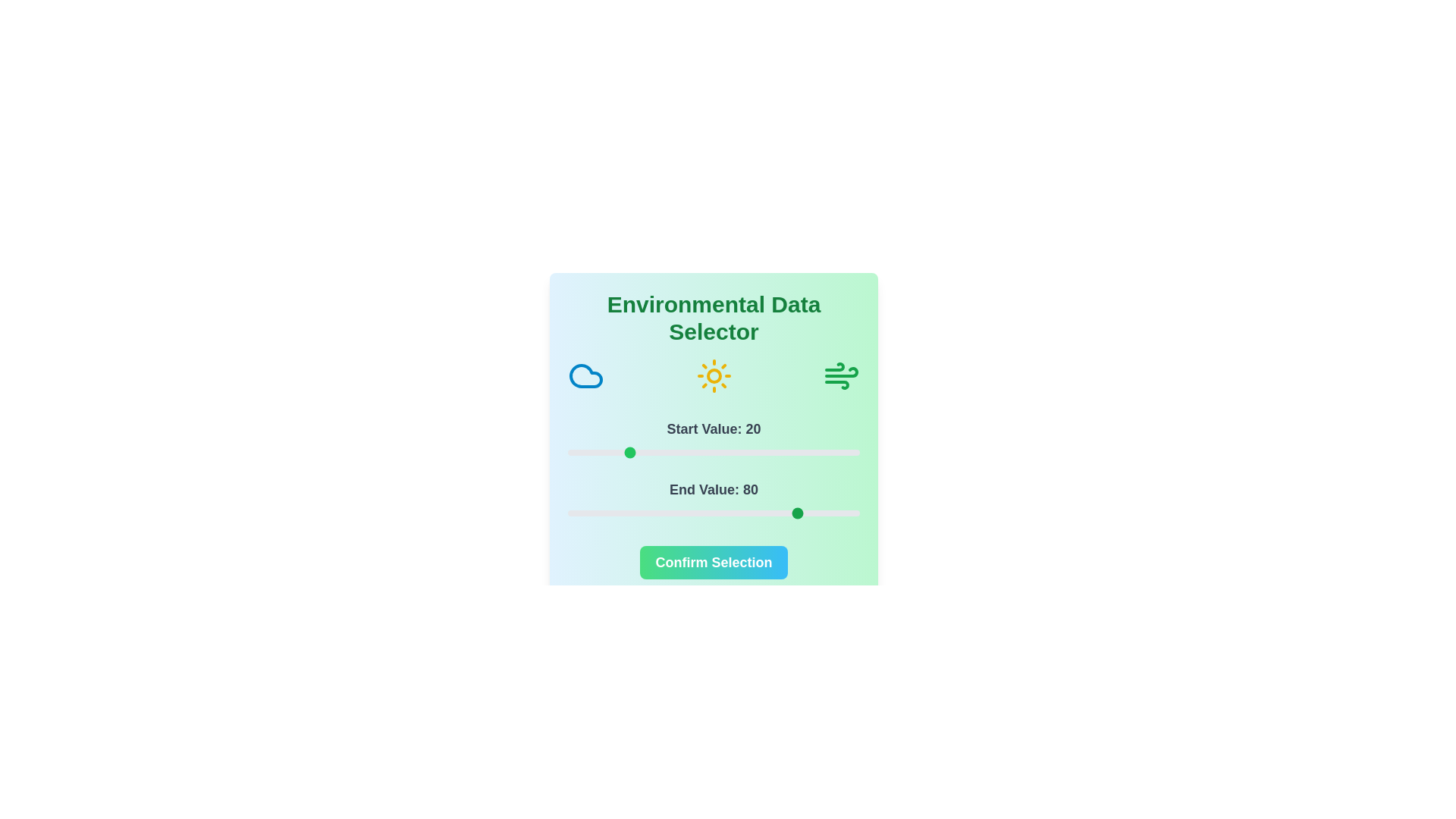 The width and height of the screenshot is (1456, 819). Describe the element at coordinates (806, 513) in the screenshot. I see `the slider` at that location.